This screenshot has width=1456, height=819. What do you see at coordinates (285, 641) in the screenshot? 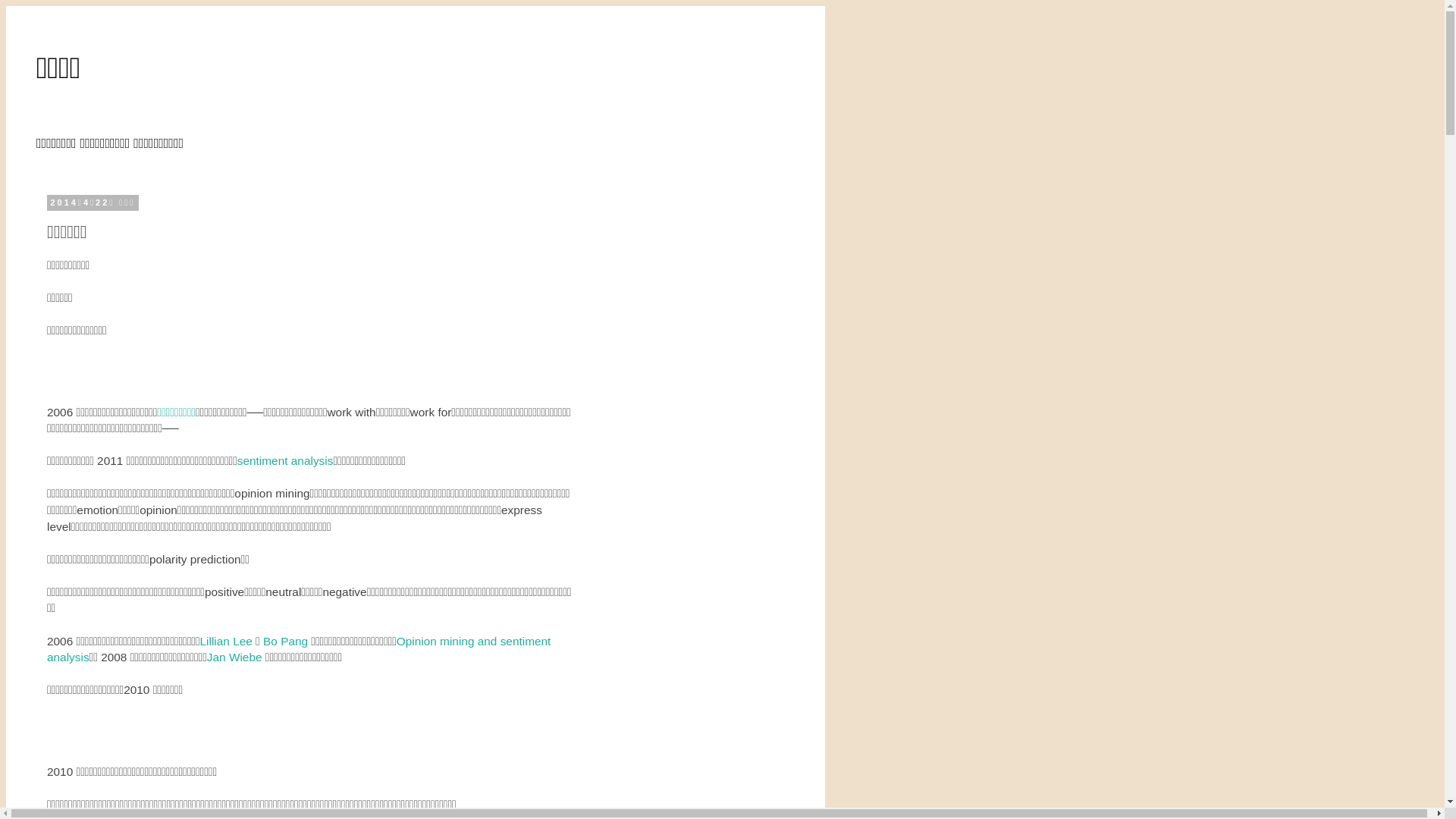
I see `'Bo Pang'` at bounding box center [285, 641].